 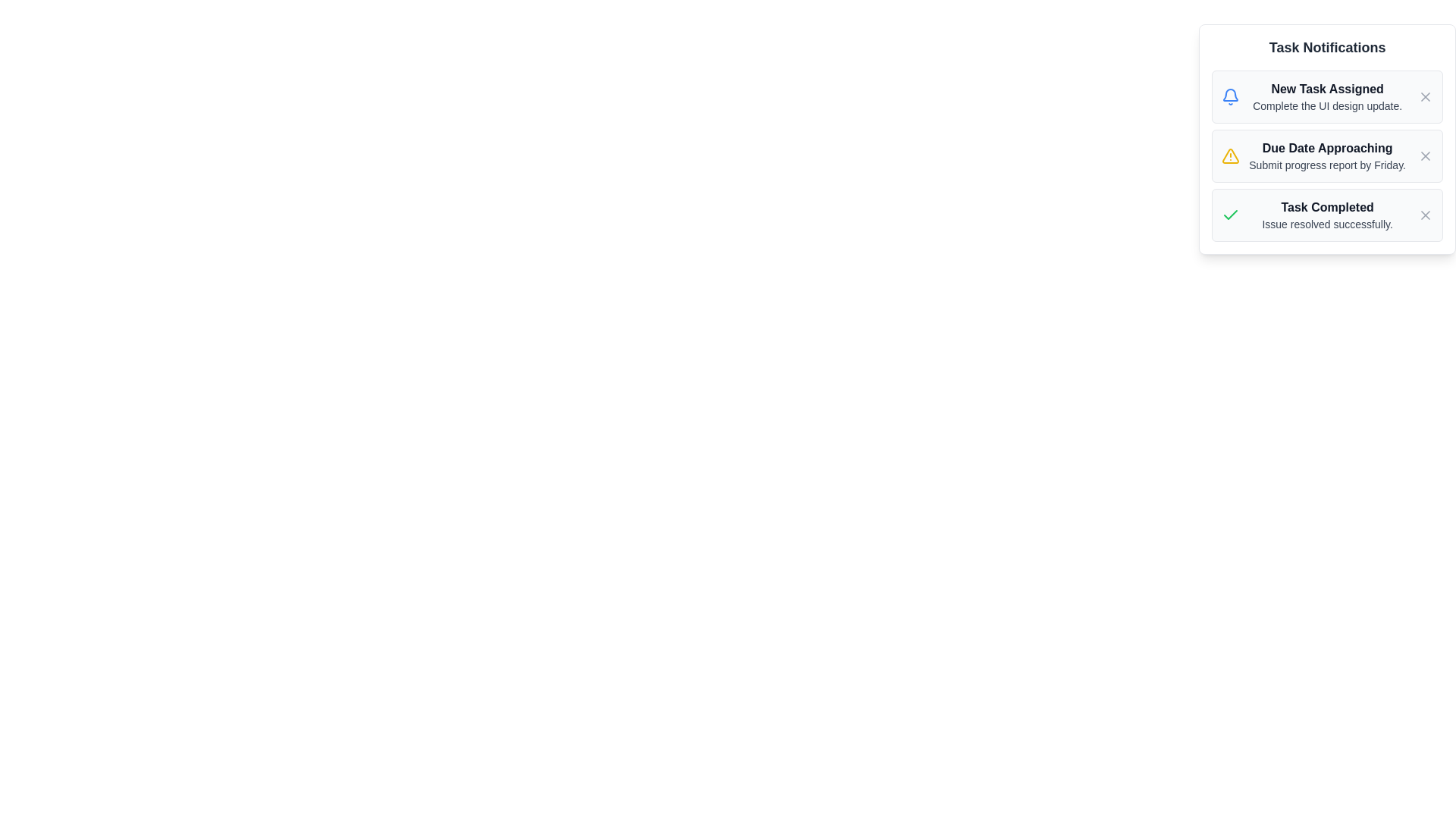 I want to click on the Notification item displaying 'Task Completed' with a subtitle 'Issue resolved successfully' in the 'Task Notifications' section, so click(x=1326, y=215).